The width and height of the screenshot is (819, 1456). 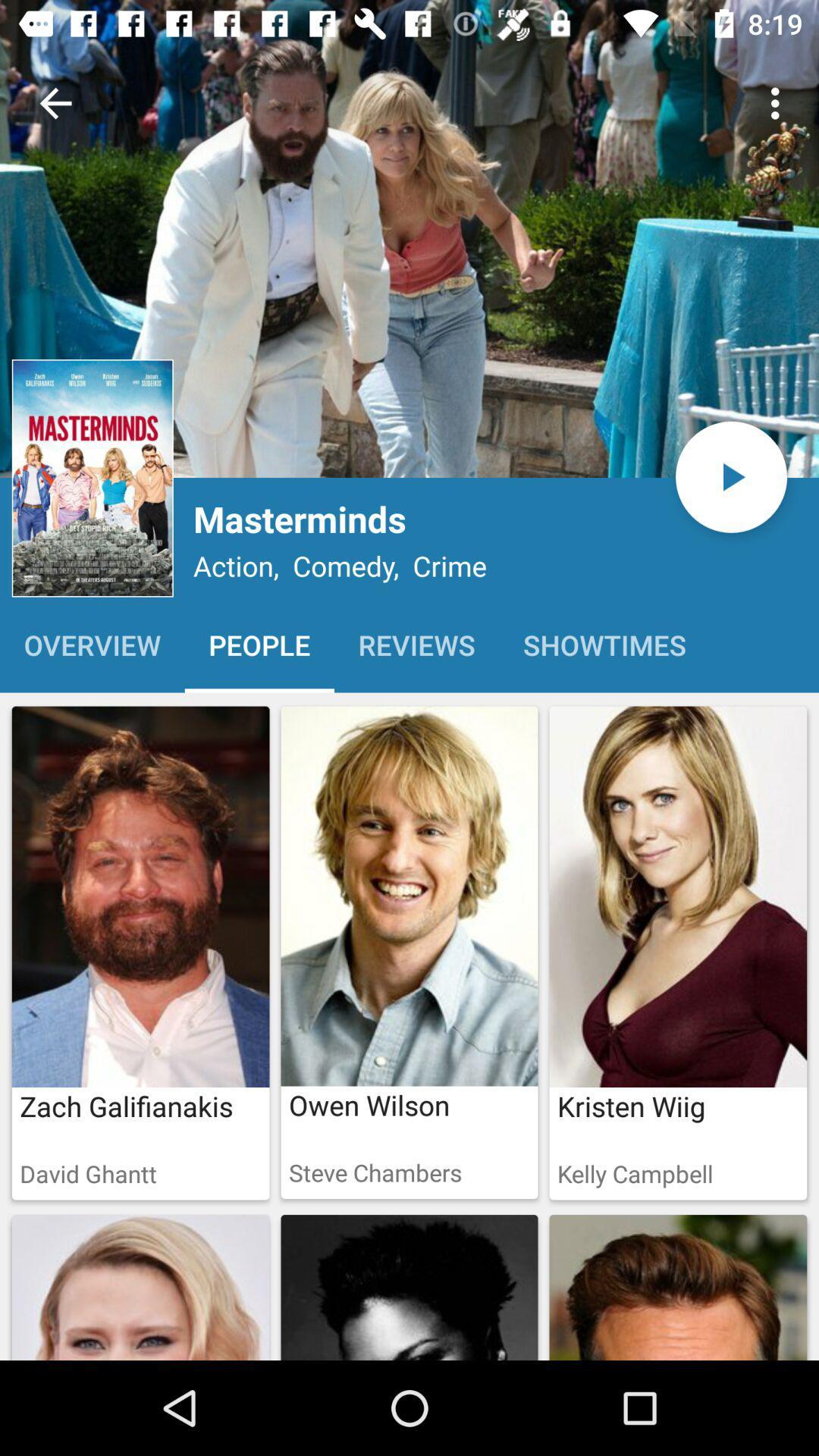 What do you see at coordinates (730, 476) in the screenshot?
I see `play` at bounding box center [730, 476].